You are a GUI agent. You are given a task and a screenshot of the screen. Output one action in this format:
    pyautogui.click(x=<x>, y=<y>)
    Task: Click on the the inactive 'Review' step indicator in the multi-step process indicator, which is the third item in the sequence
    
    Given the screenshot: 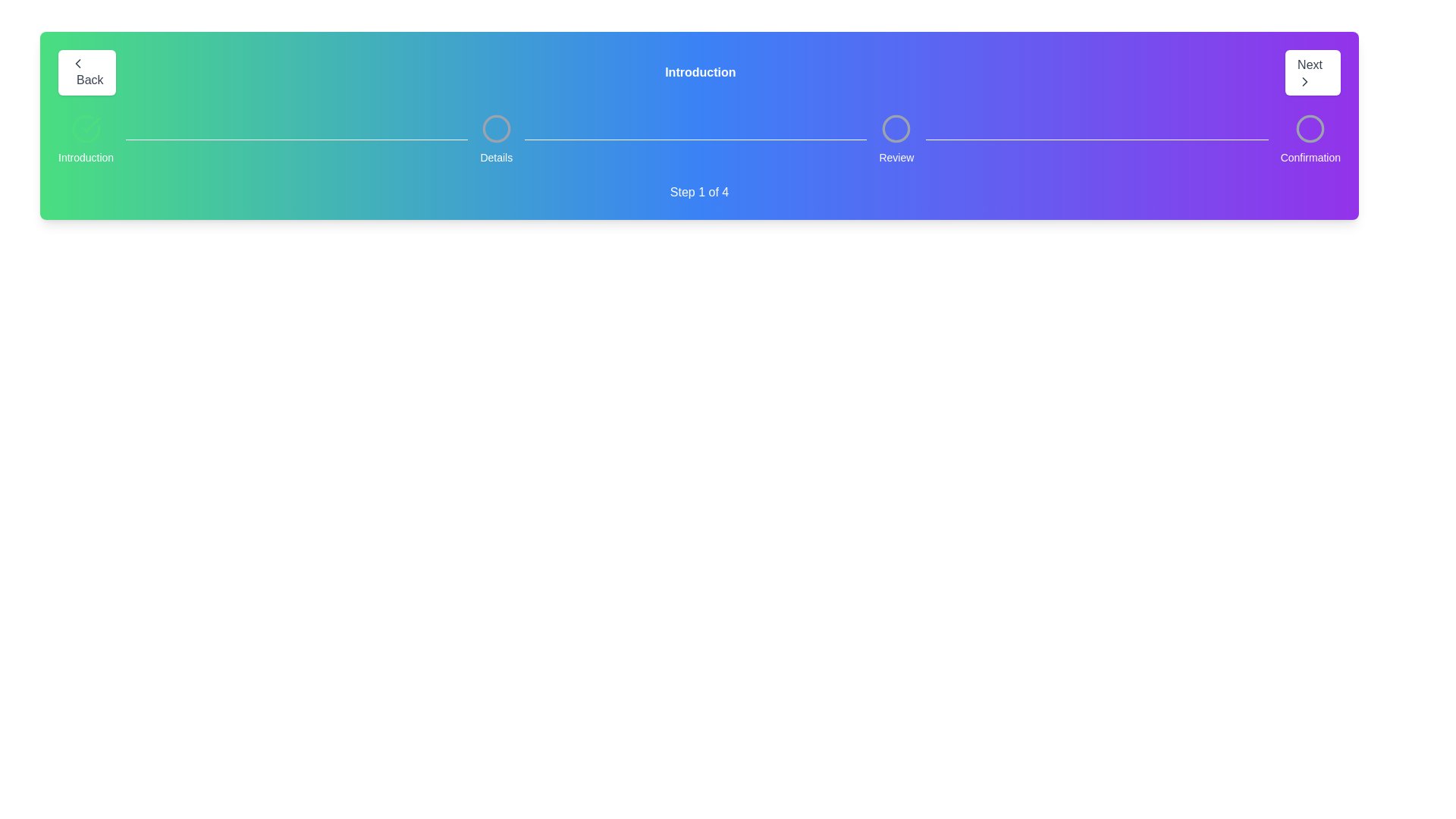 What is the action you would take?
    pyautogui.click(x=896, y=140)
    